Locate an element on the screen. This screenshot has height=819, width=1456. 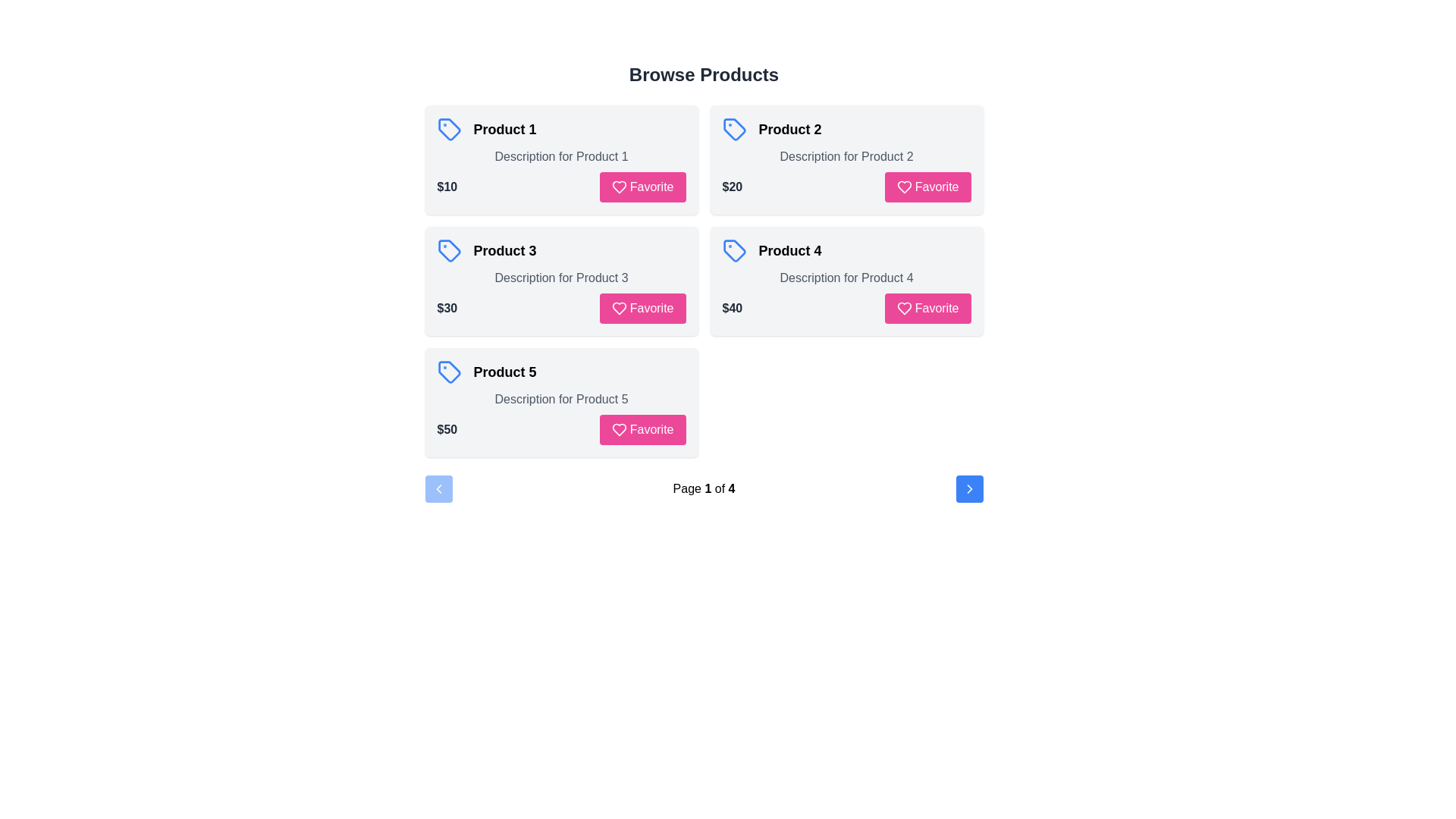
the rounded blue button with a white chevron icon is located at coordinates (968, 488).